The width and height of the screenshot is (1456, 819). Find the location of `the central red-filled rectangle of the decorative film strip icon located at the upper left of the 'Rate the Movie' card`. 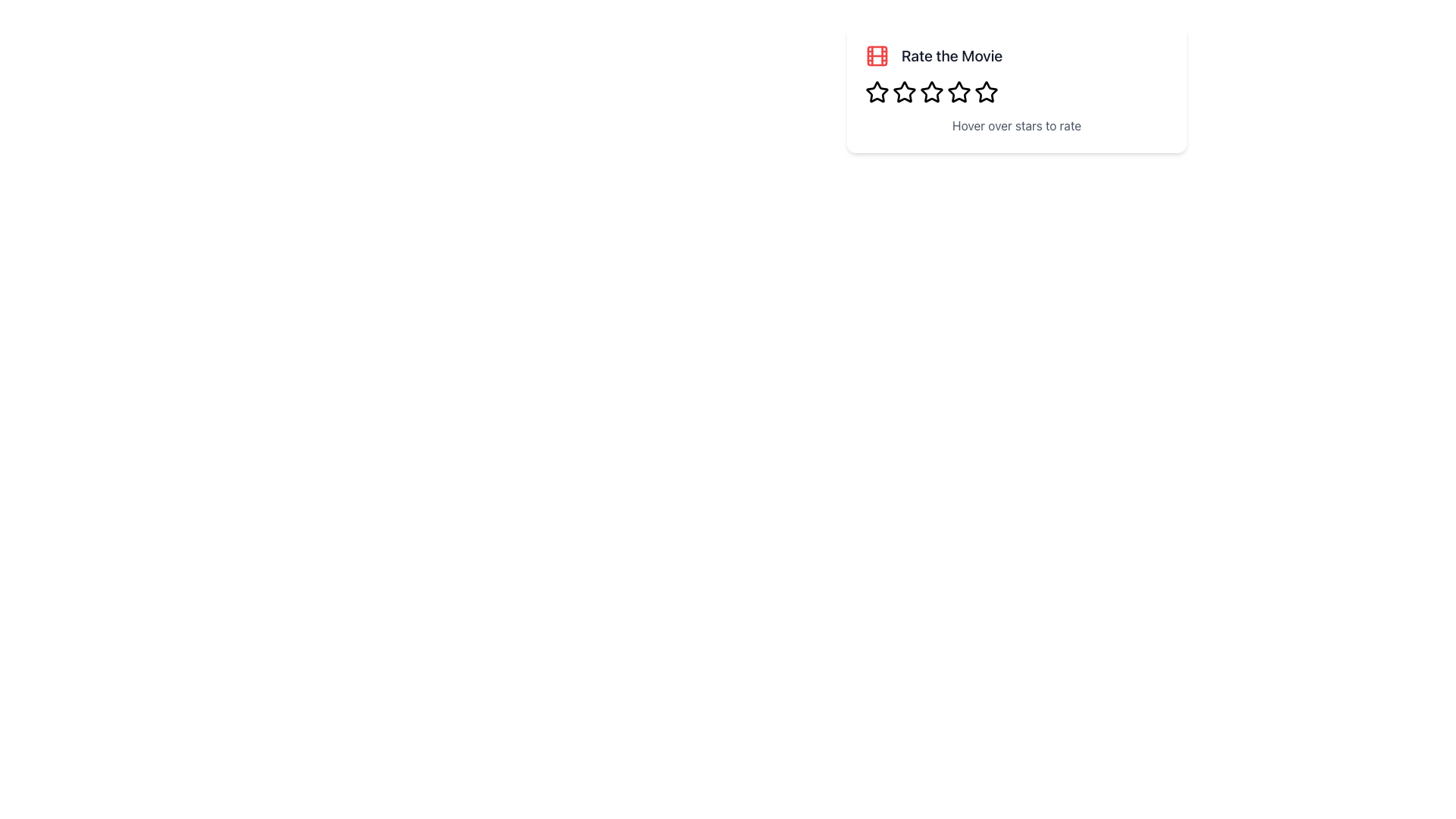

the central red-filled rectangle of the decorative film strip icon located at the upper left of the 'Rate the Movie' card is located at coordinates (877, 55).